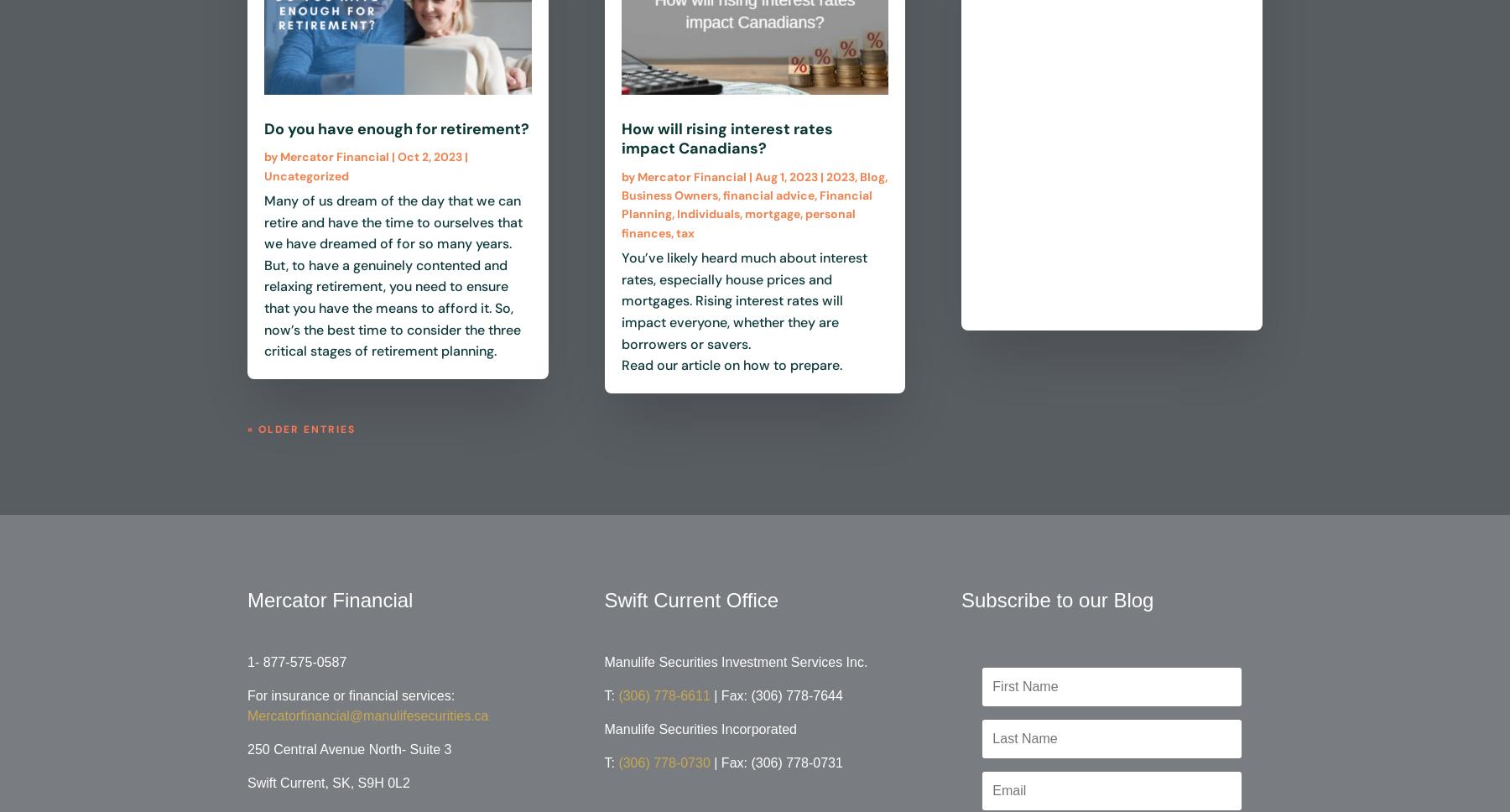  What do you see at coordinates (961, 598) in the screenshot?
I see `'Subscribe to our Blog'` at bounding box center [961, 598].